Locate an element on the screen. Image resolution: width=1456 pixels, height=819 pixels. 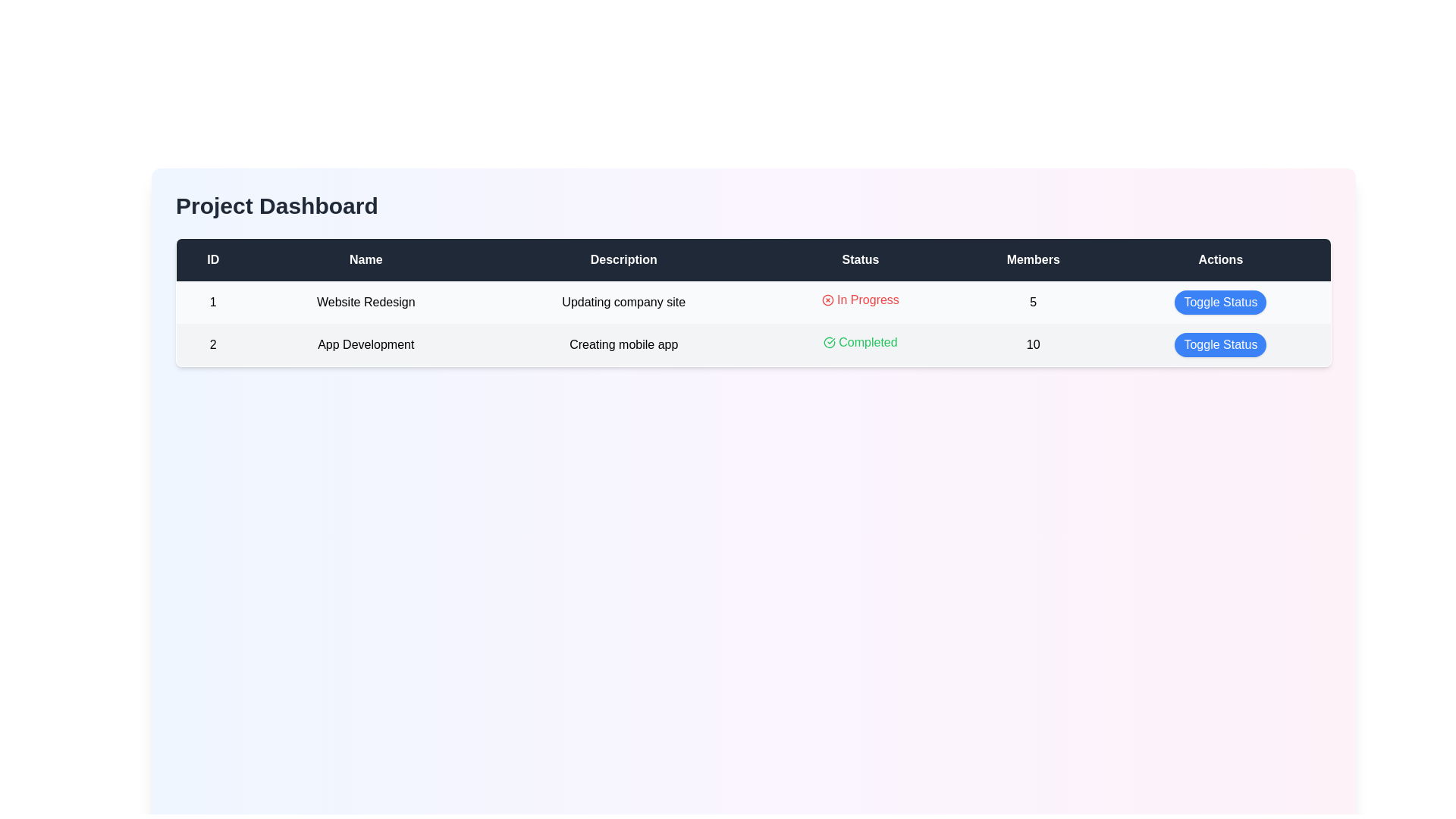
the text label displaying the number of members associated with the project record in the second row of the table under the 'Members' column is located at coordinates (1032, 345).